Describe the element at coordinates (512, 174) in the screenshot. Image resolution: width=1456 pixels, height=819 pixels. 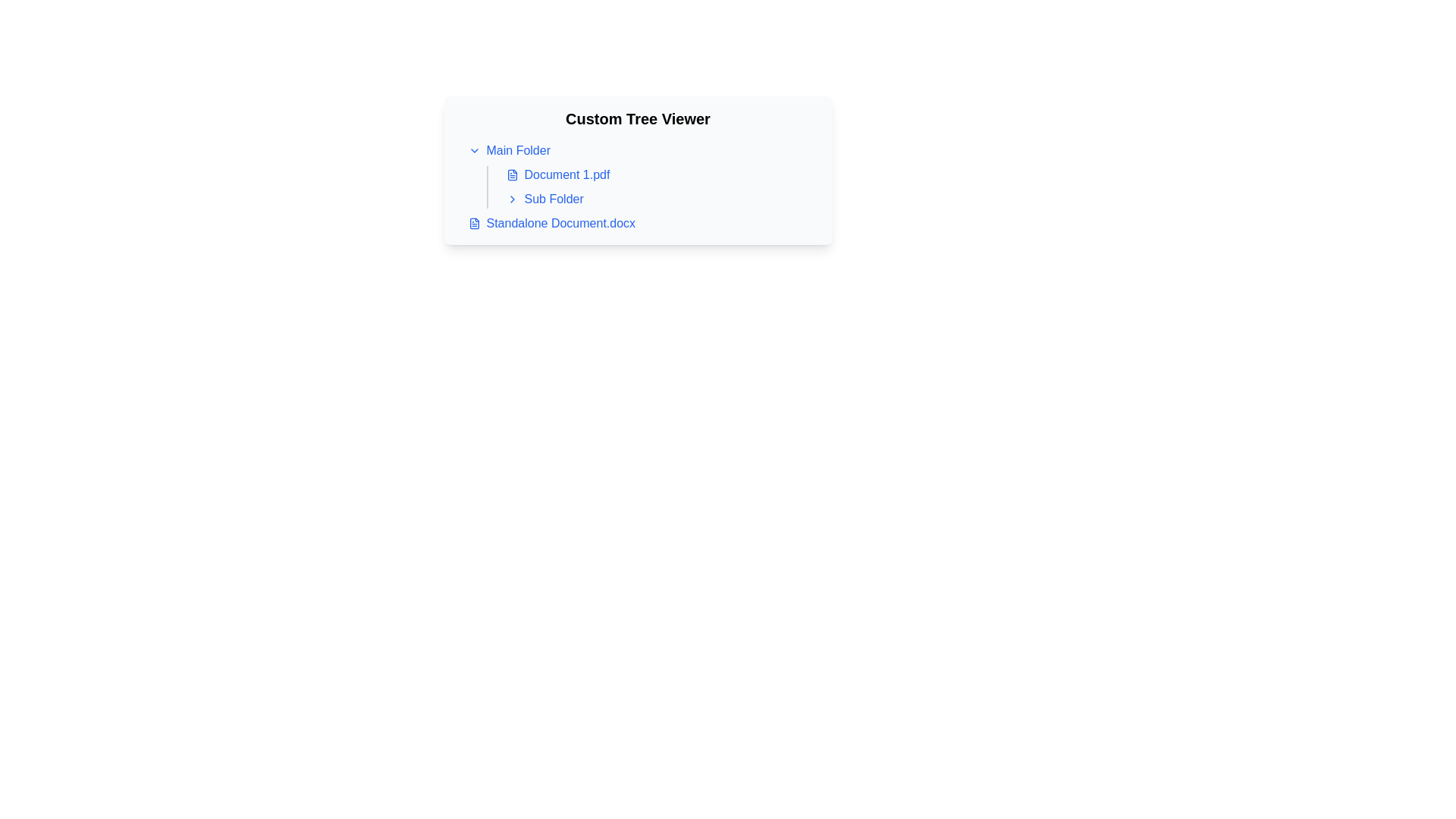
I see `the file icon representing 'Document 1.pdf' located in the tree viewer interface` at that location.